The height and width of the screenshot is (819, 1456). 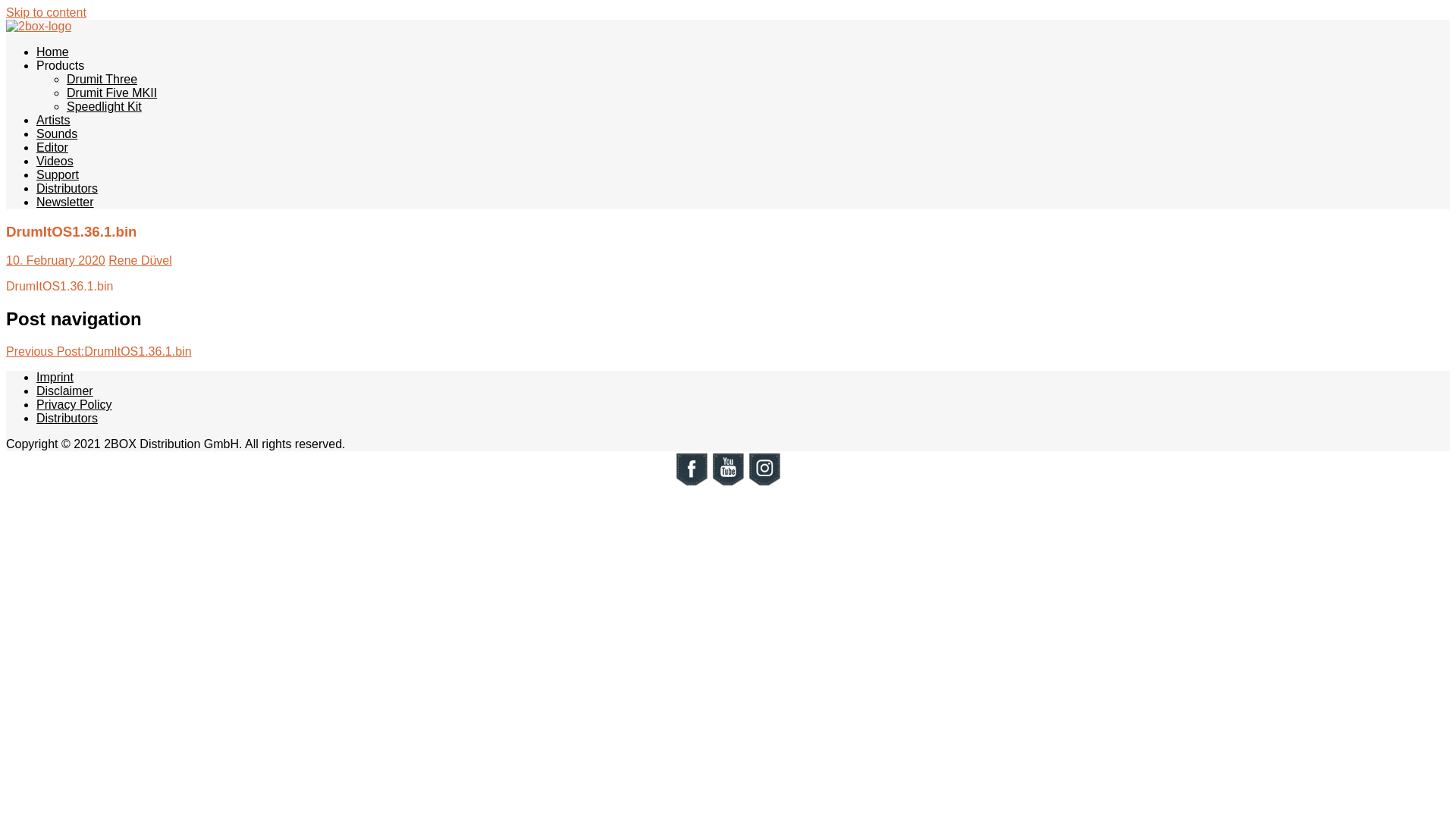 What do you see at coordinates (691, 483) in the screenshot?
I see `'Visit Us On Facebook'` at bounding box center [691, 483].